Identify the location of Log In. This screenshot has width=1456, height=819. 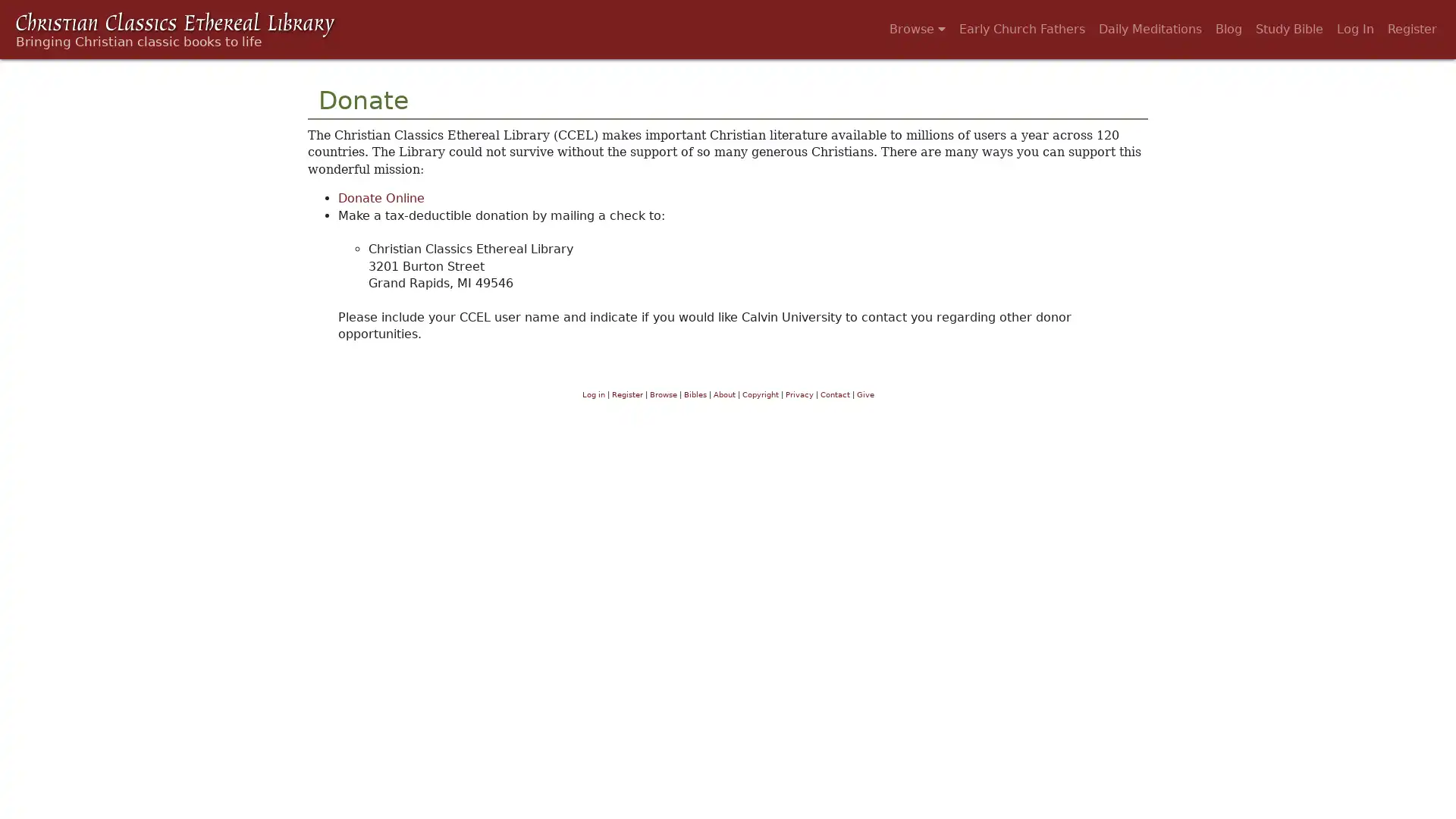
(1355, 29).